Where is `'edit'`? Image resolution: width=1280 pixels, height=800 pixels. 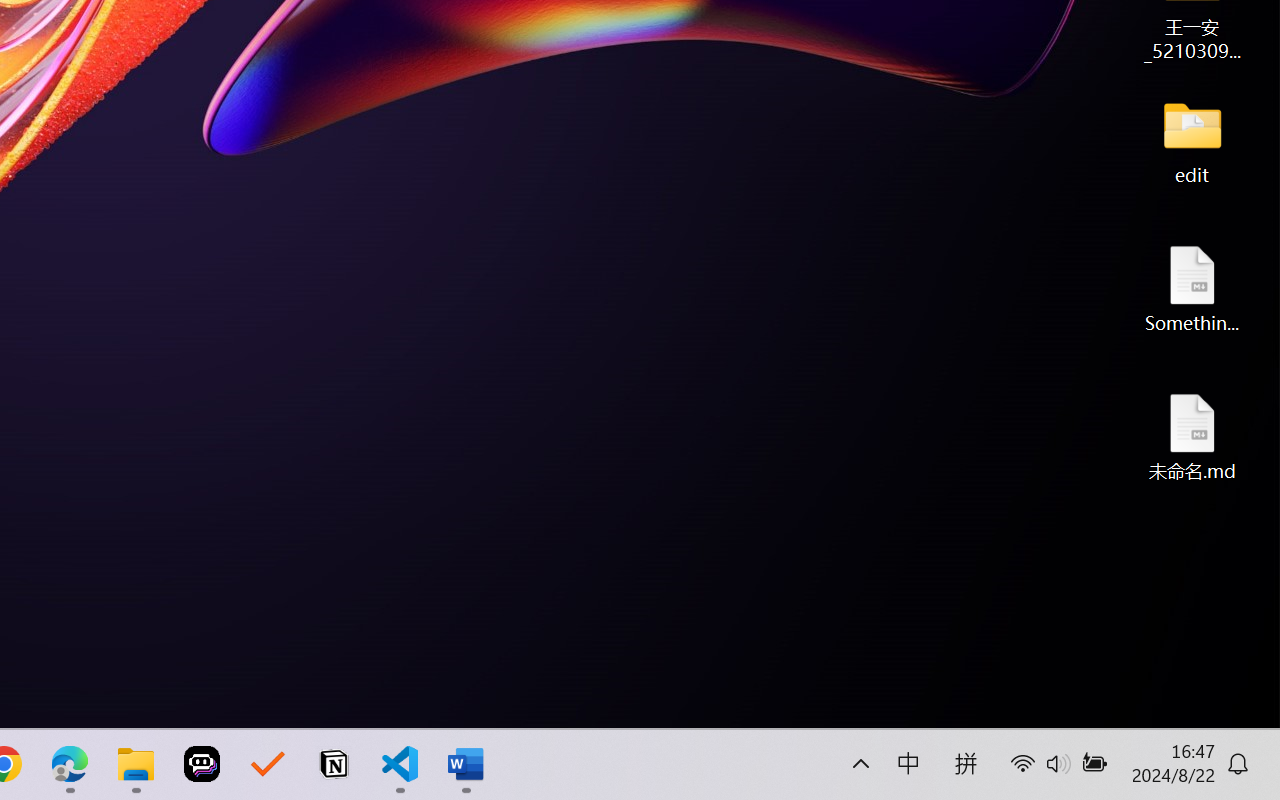 'edit' is located at coordinates (1192, 140).